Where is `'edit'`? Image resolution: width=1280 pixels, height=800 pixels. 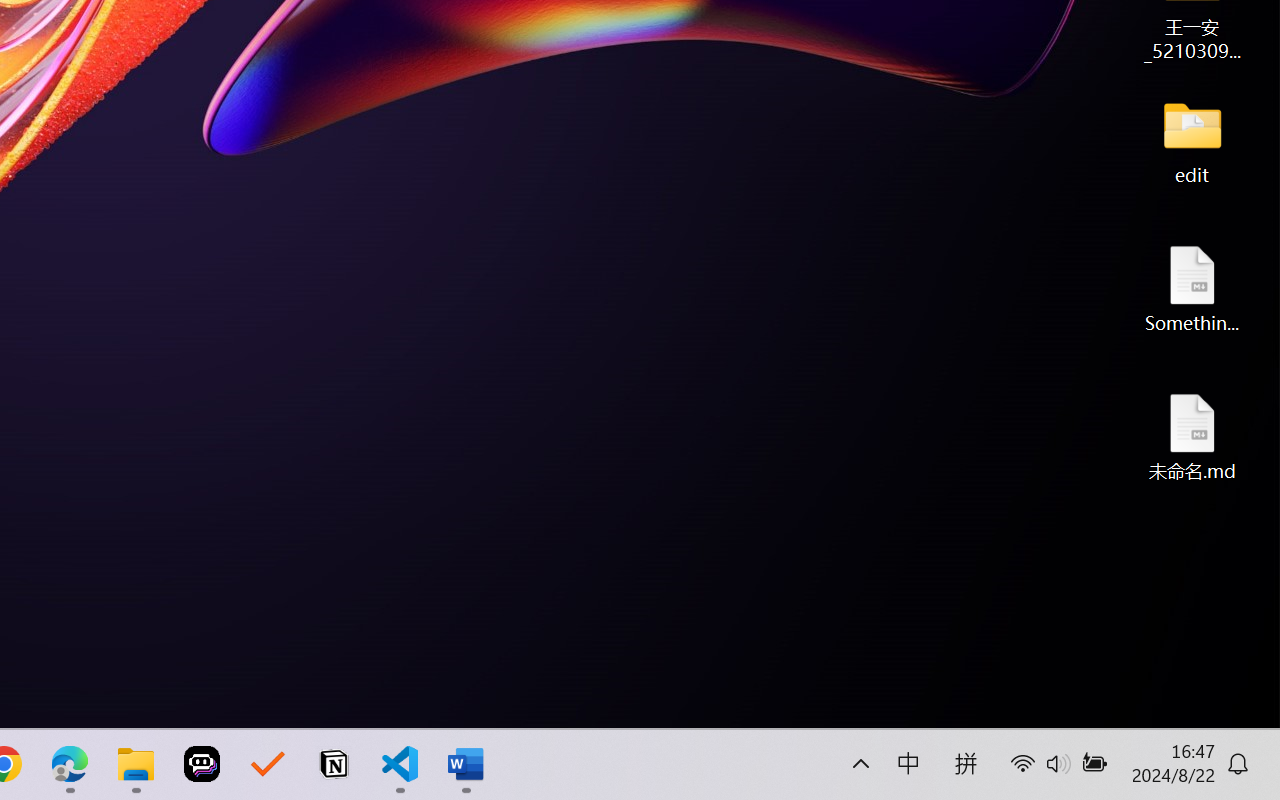 'edit' is located at coordinates (1192, 140).